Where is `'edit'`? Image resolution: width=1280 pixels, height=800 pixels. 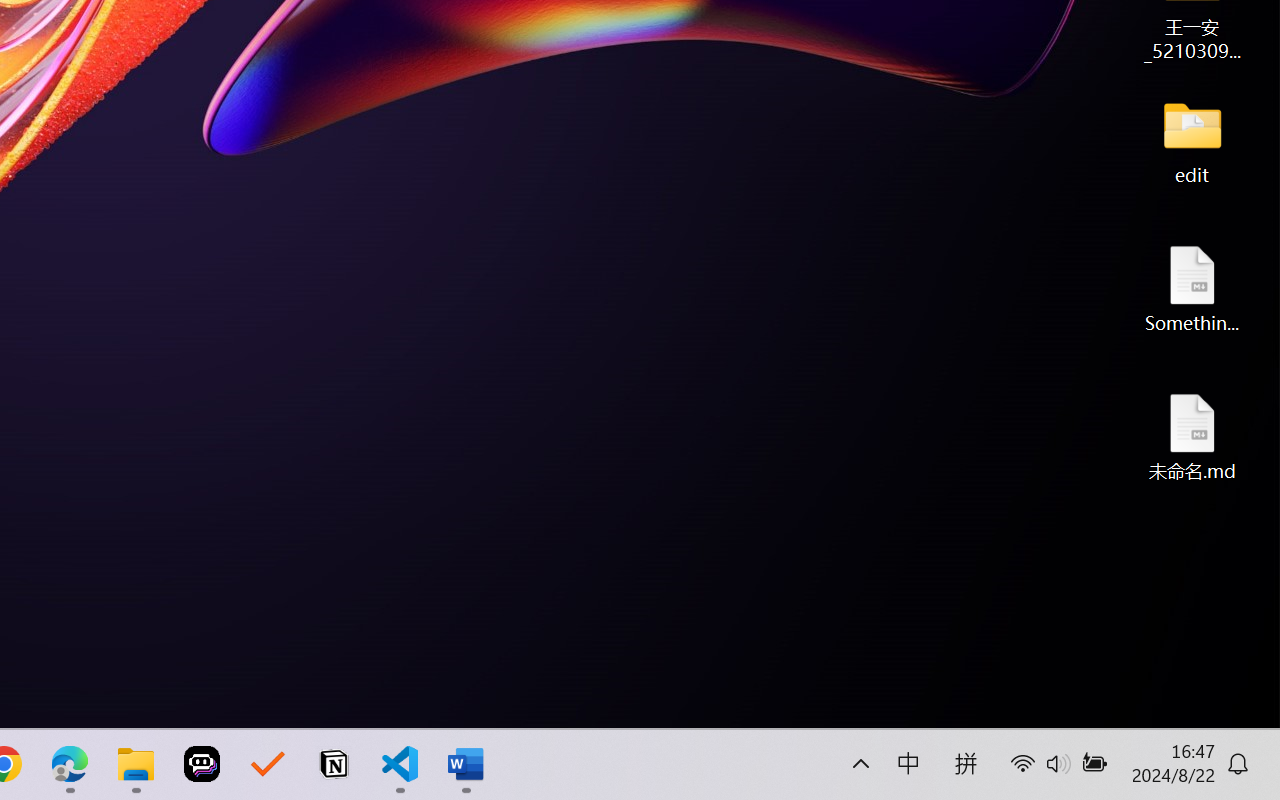 'edit' is located at coordinates (1192, 140).